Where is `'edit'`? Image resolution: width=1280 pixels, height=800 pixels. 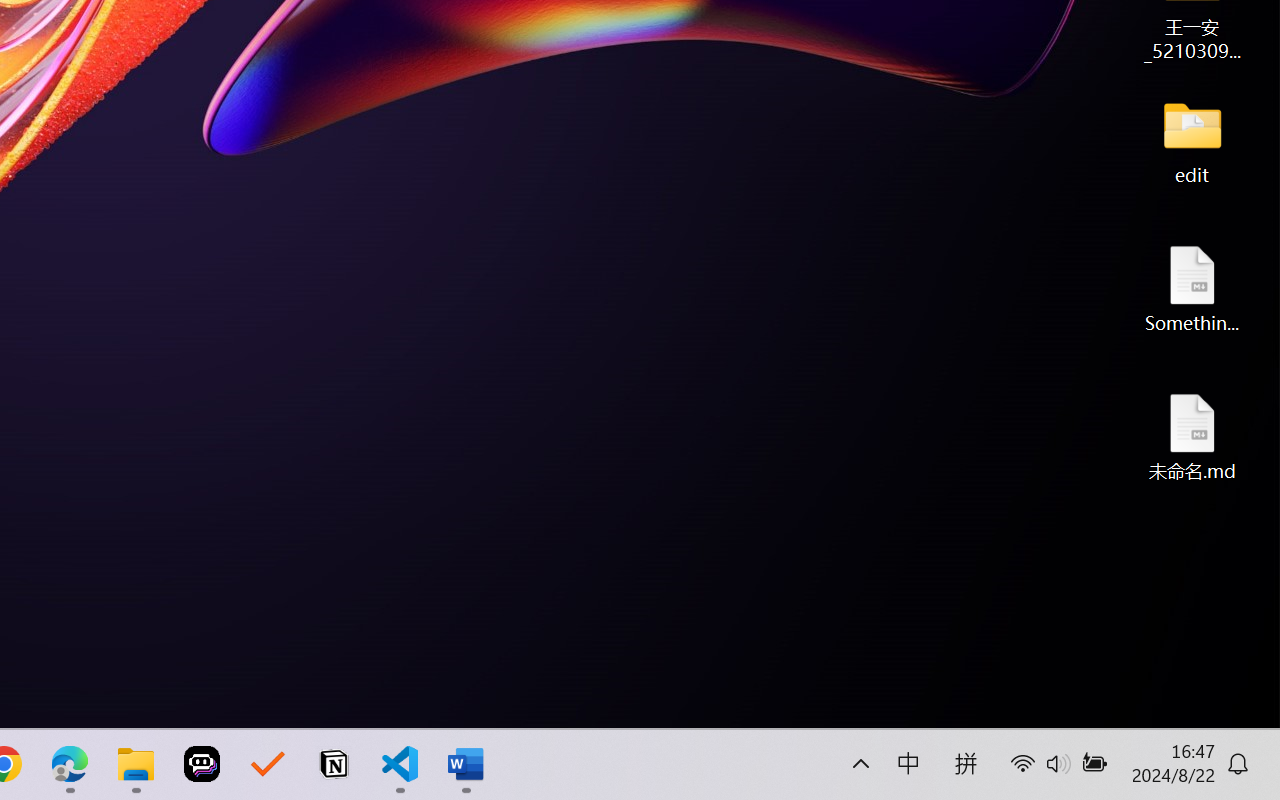 'edit' is located at coordinates (1192, 140).